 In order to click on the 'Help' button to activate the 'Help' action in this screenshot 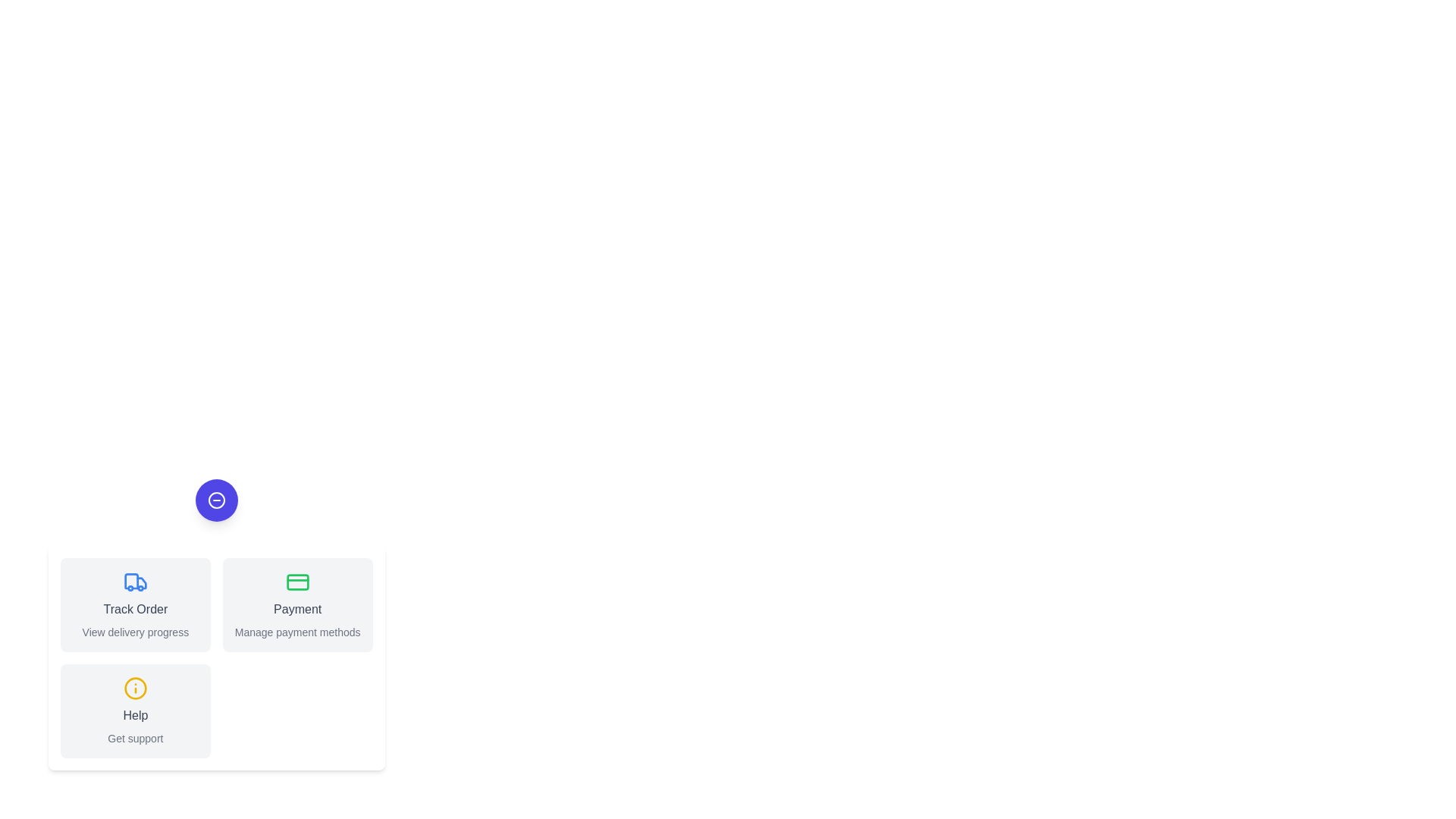, I will do `click(135, 711)`.